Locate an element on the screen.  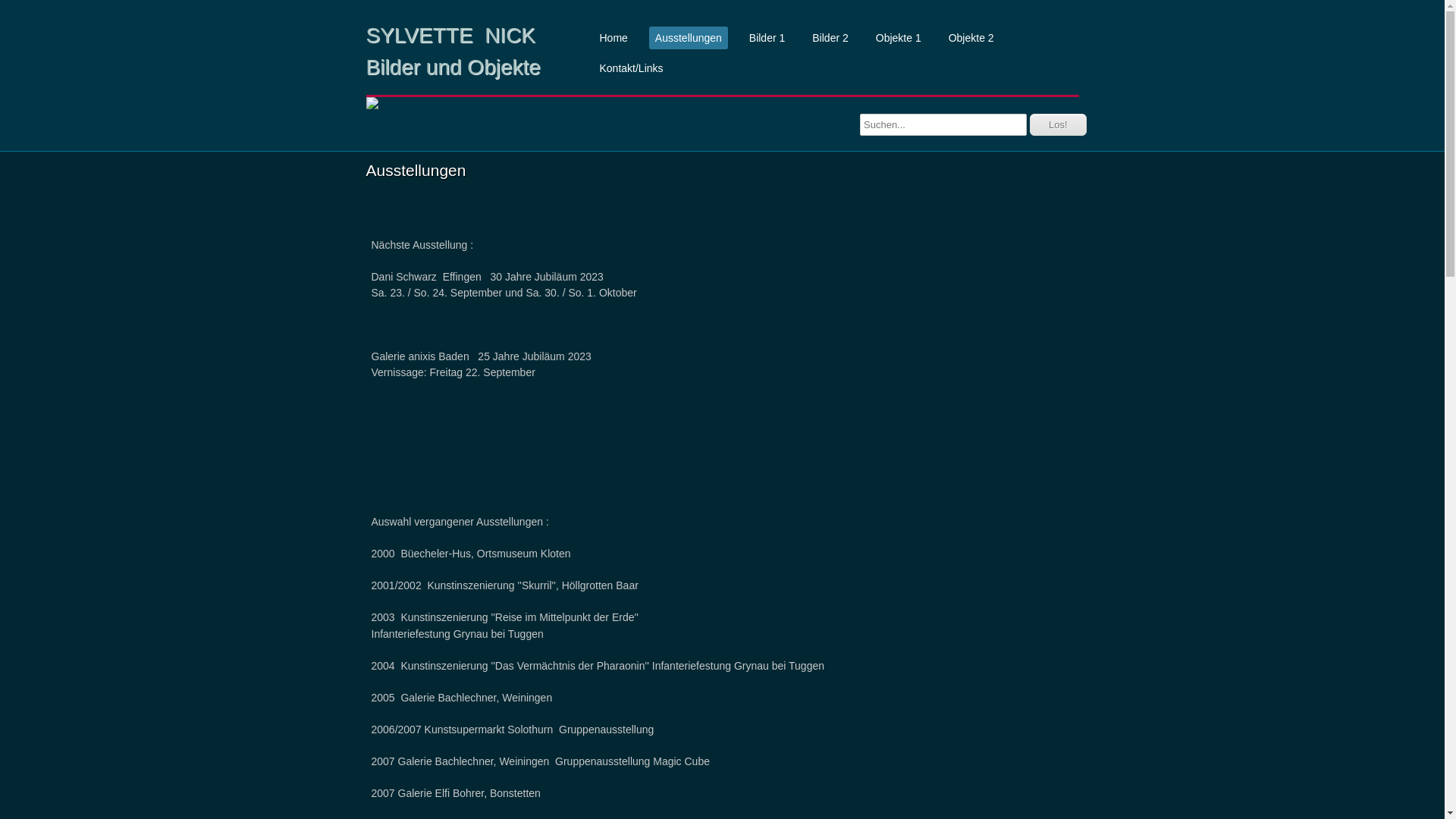
'Los!' is located at coordinates (1057, 124).